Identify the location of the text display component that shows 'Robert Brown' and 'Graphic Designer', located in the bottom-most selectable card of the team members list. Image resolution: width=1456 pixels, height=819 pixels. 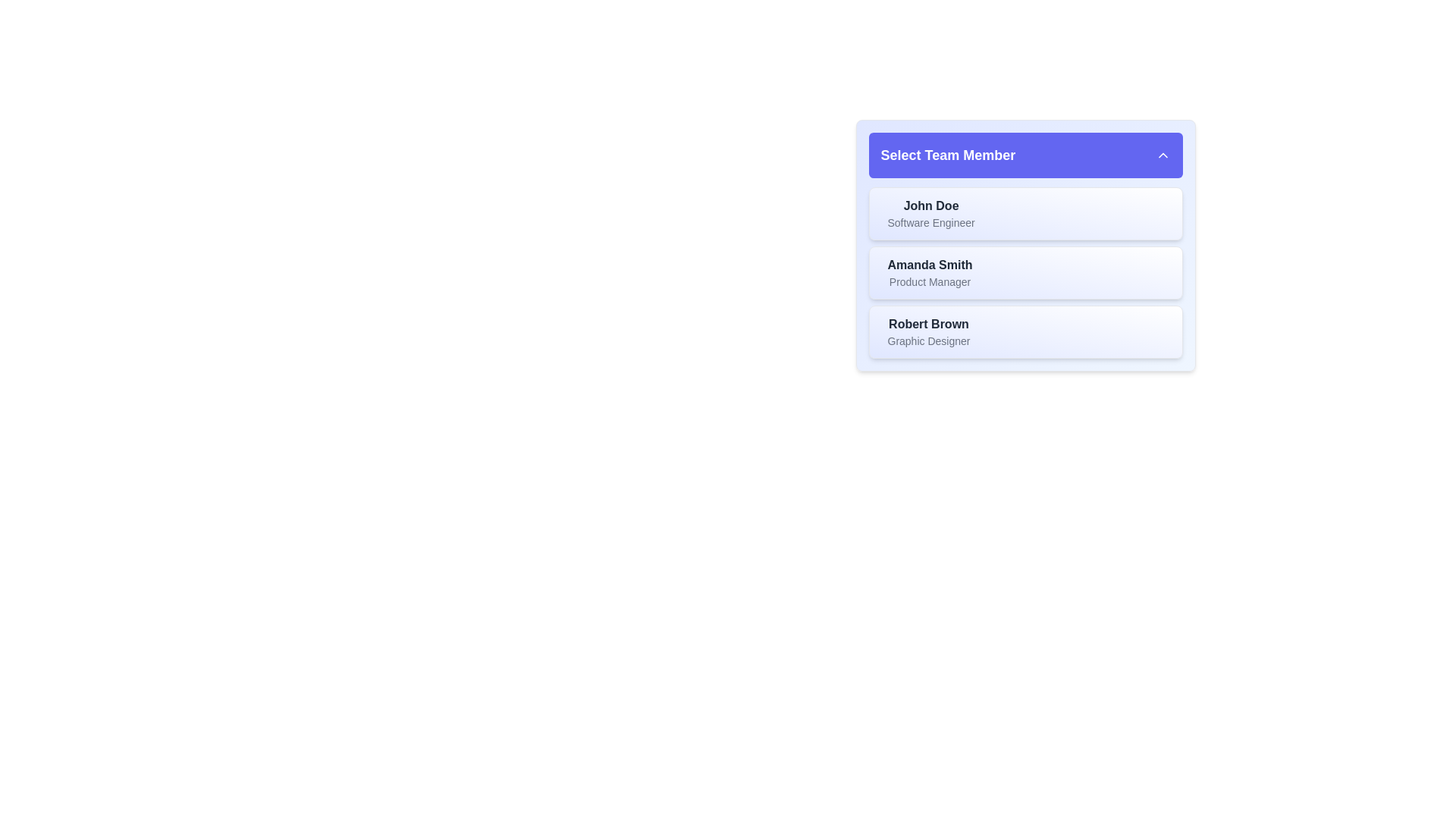
(927, 331).